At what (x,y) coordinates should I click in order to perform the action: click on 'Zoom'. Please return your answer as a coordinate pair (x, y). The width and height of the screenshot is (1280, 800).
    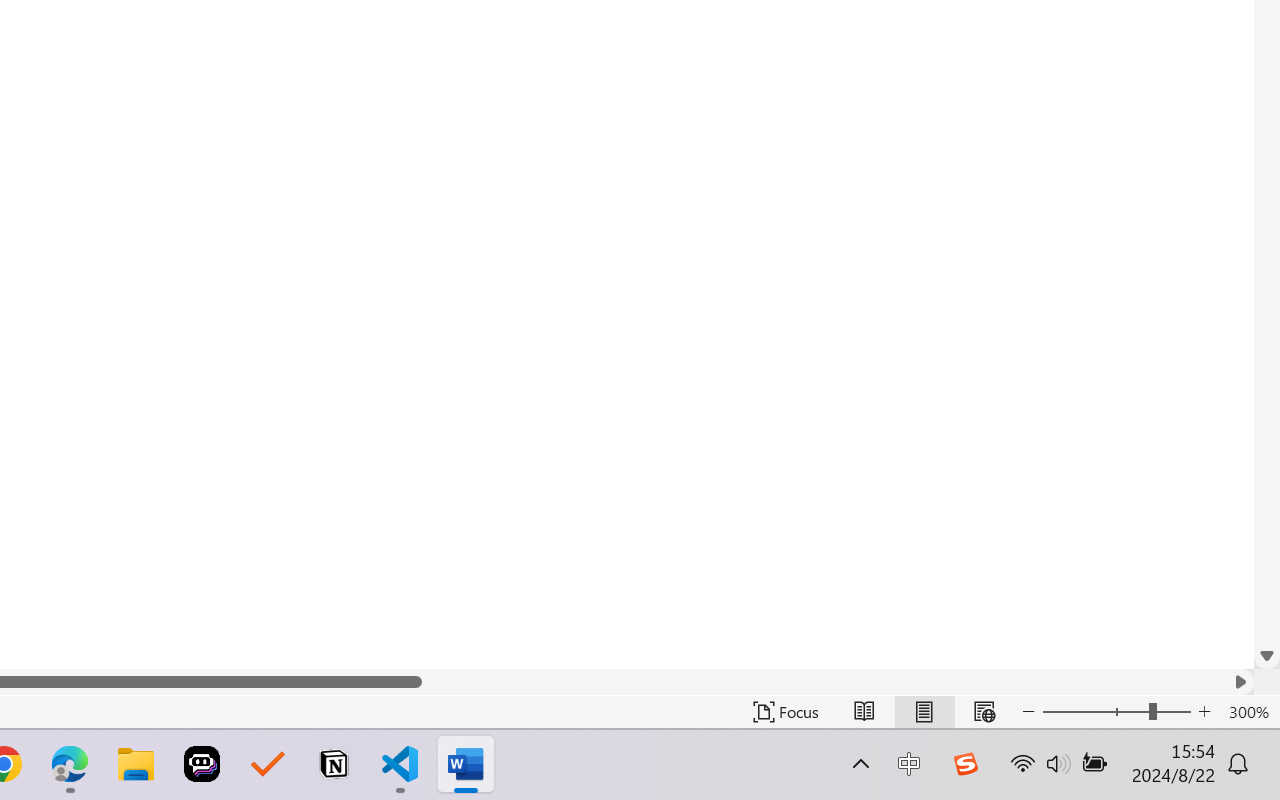
    Looking at the image, I should click on (1115, 711).